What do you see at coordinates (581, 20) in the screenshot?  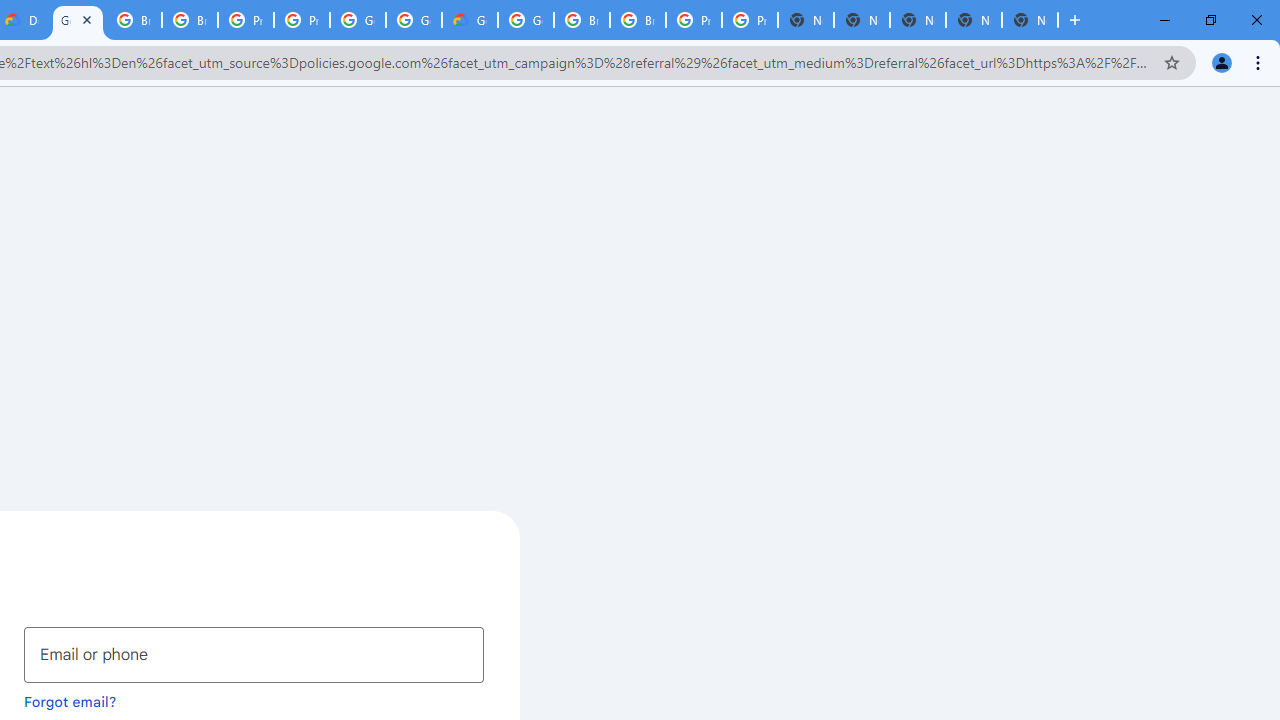 I see `'Browse Chrome as a guest - Computer - Google Chrome Help'` at bounding box center [581, 20].